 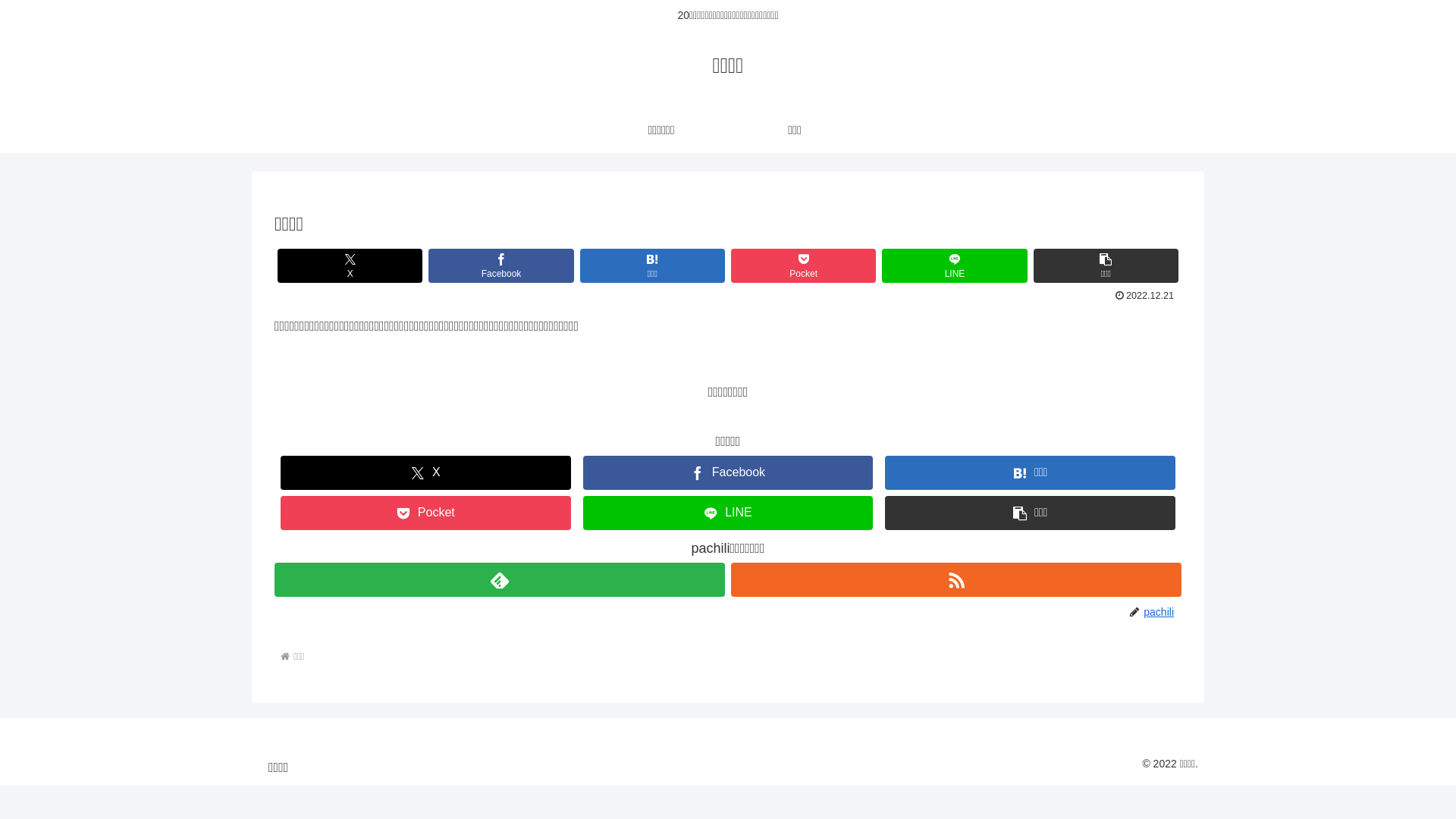 I want to click on 'LINE', so click(x=953, y=265).